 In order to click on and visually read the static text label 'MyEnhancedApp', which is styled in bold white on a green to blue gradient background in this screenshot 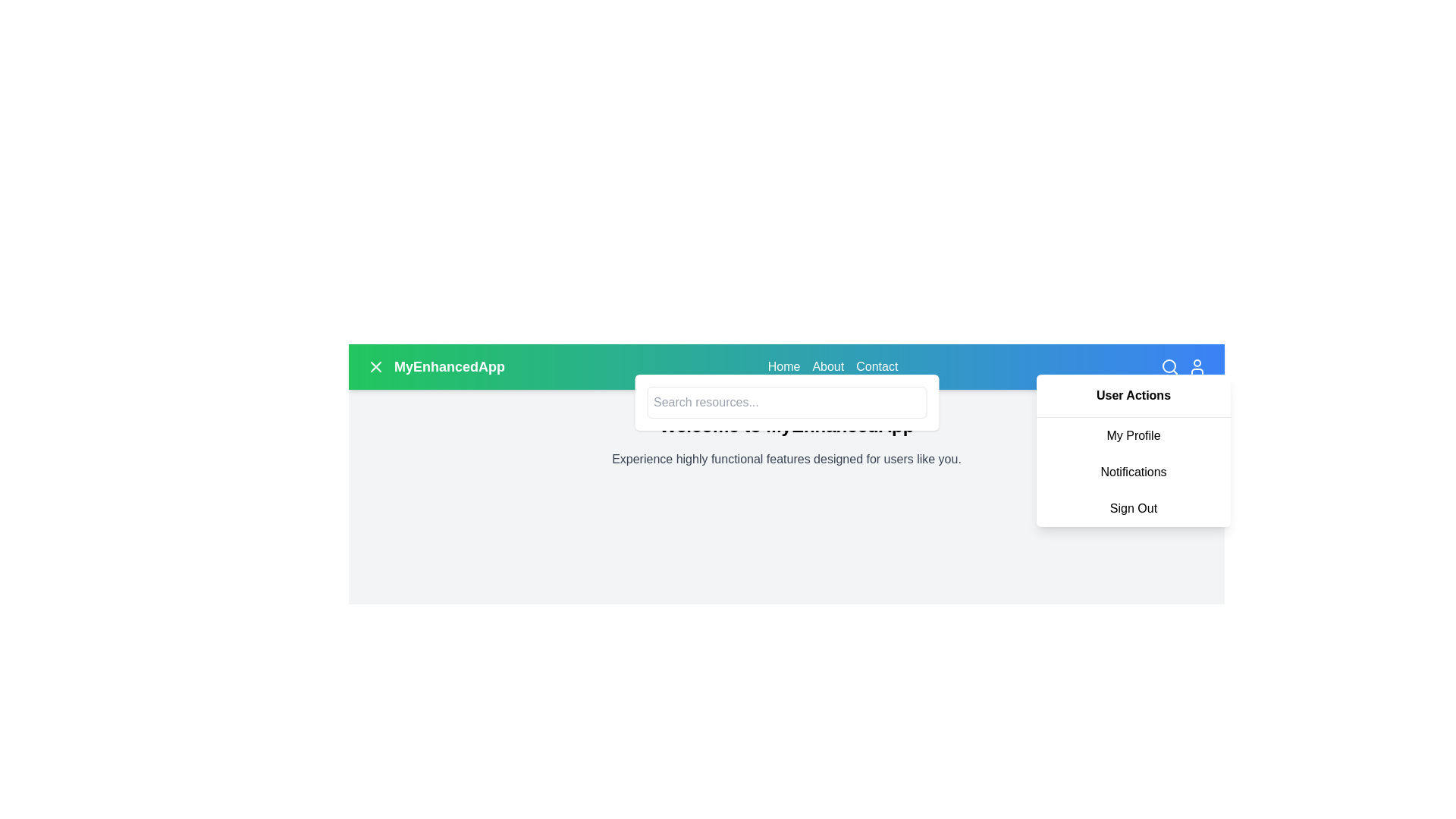, I will do `click(435, 366)`.